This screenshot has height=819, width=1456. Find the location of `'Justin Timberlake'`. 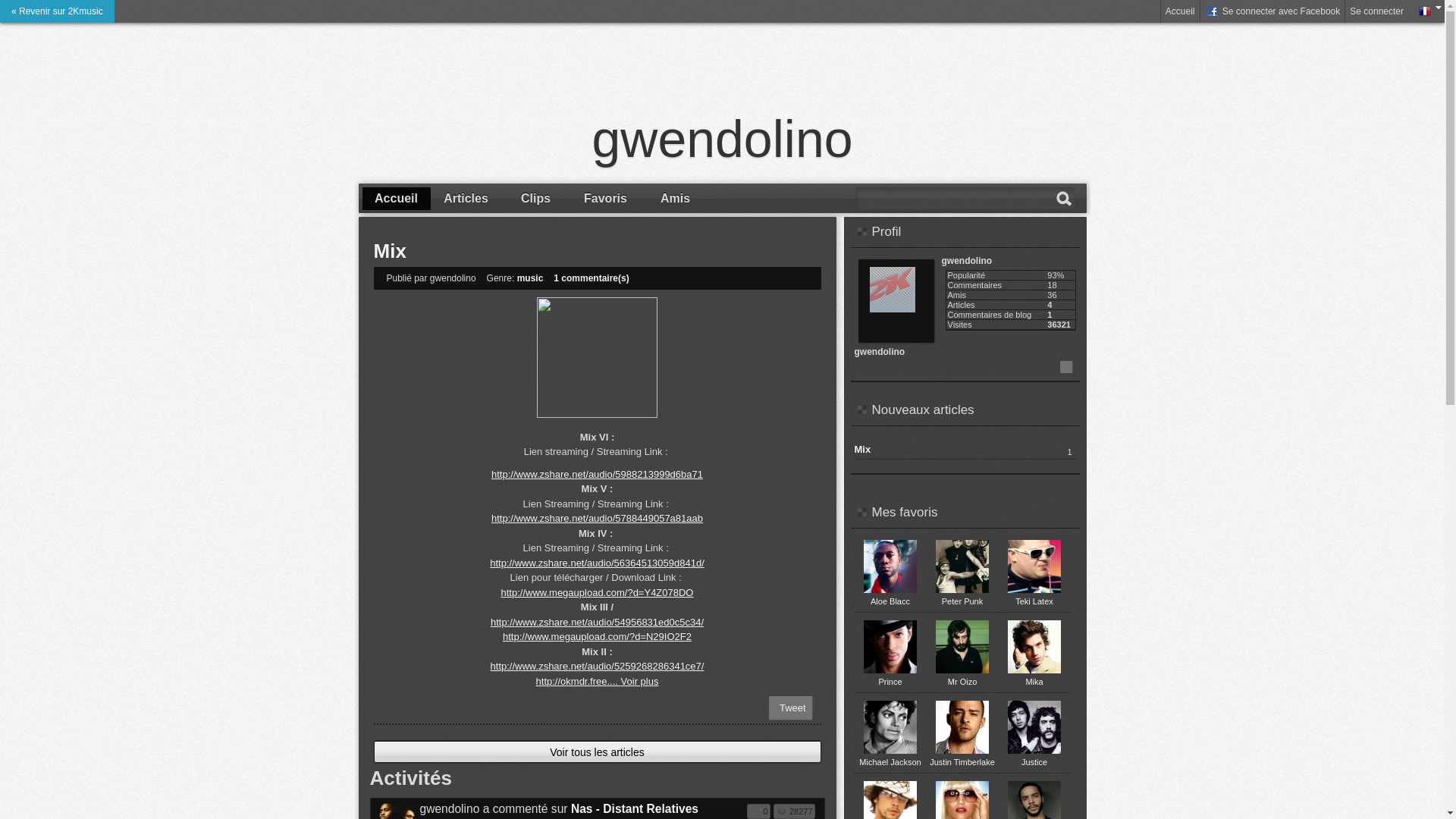

'Justin Timberlake' is located at coordinates (961, 762).